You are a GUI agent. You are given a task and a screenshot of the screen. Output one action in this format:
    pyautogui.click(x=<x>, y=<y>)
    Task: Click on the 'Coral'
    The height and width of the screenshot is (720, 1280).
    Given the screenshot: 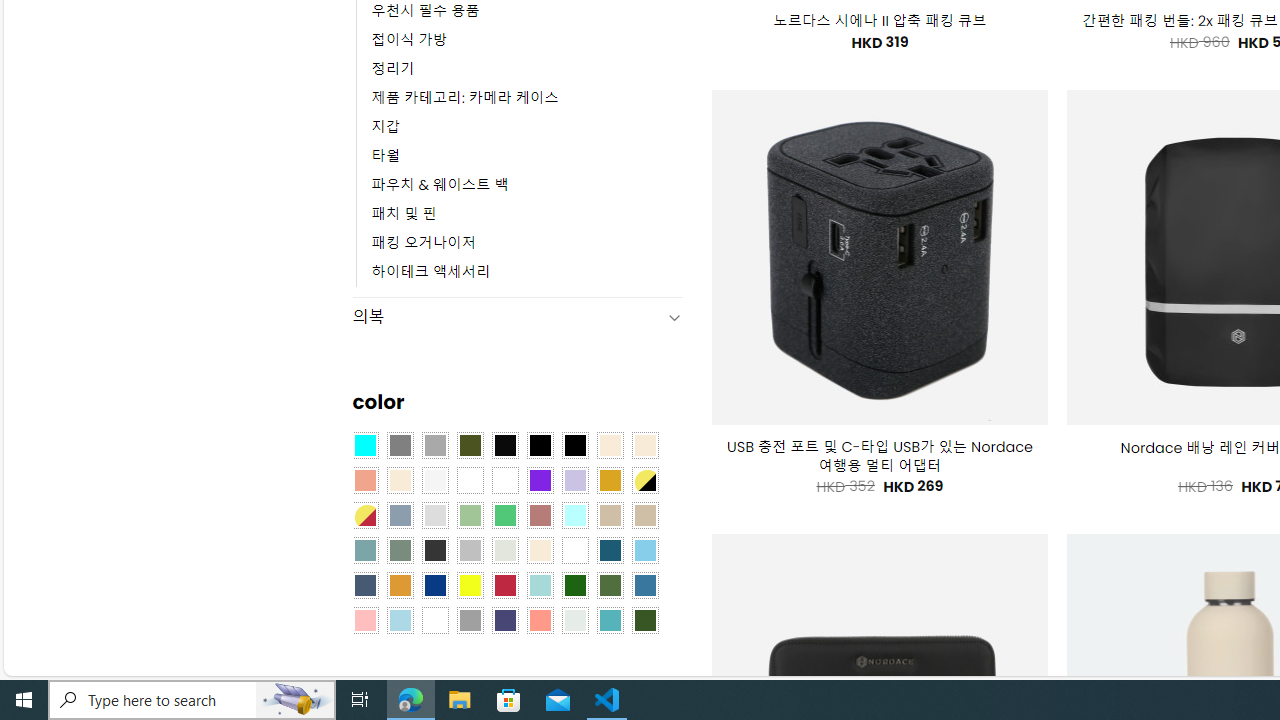 What is the action you would take?
    pyautogui.click(x=364, y=480)
    